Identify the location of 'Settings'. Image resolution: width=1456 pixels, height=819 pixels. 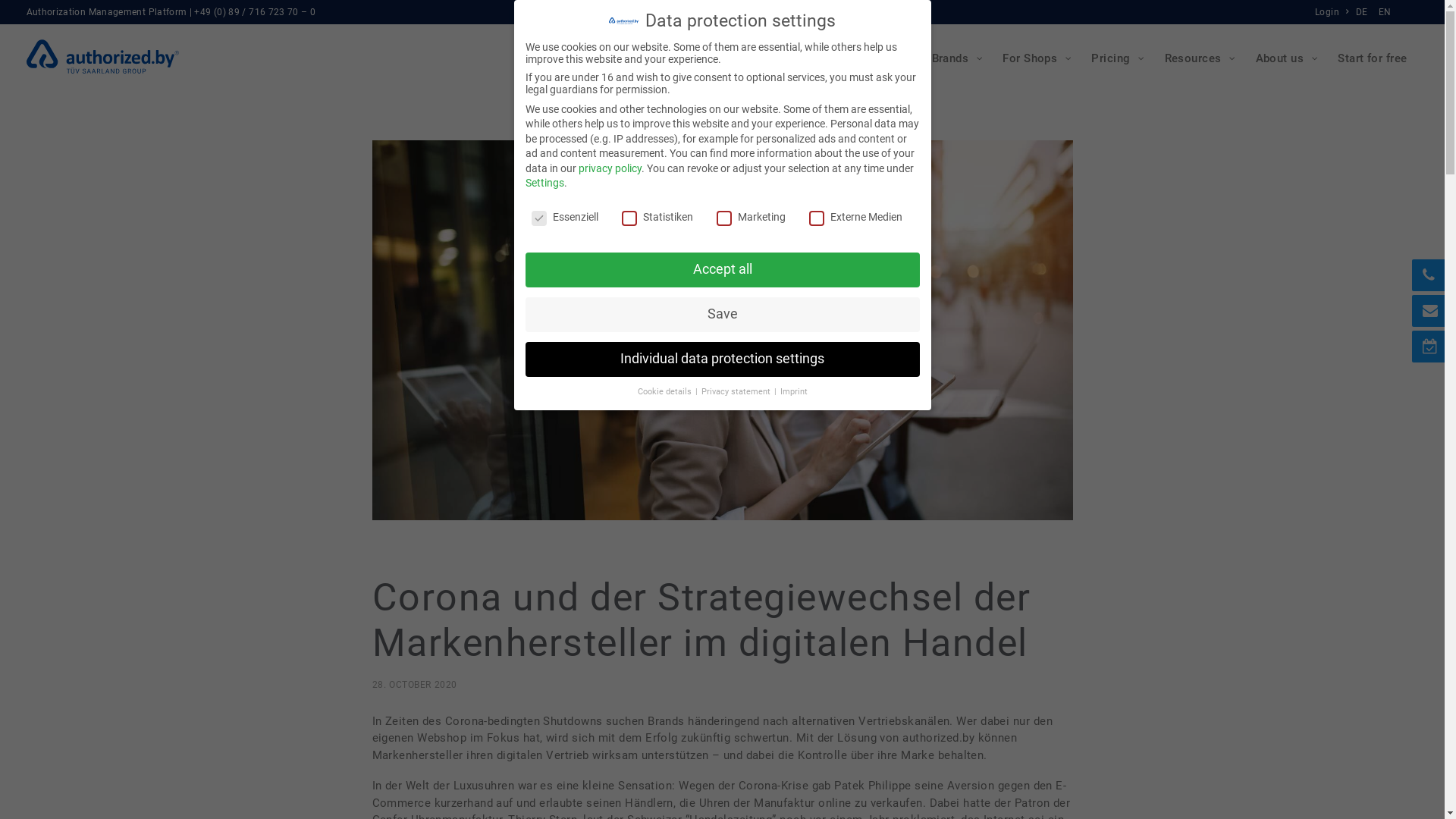
(544, 181).